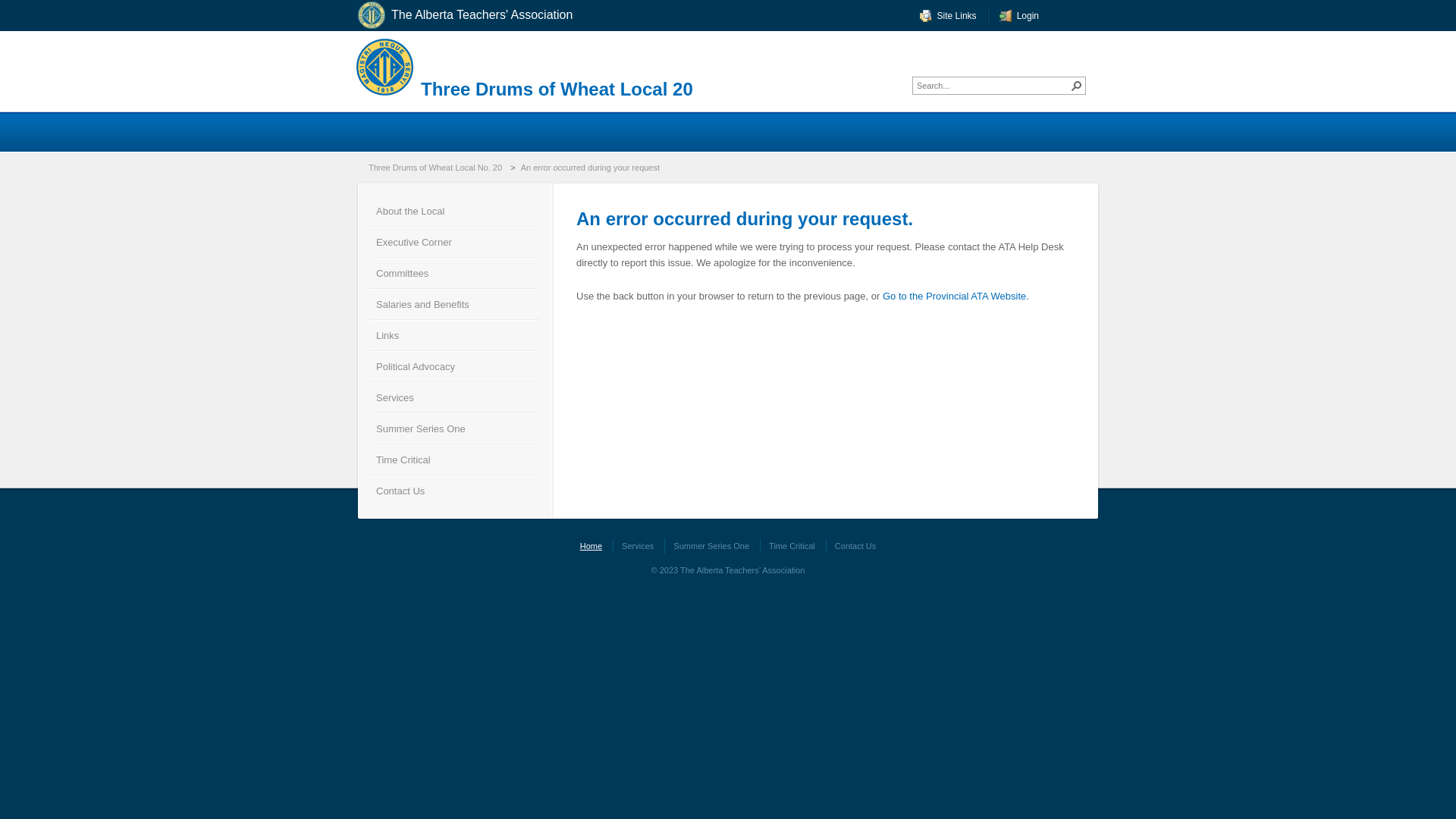  Describe the element at coordinates (999, 15) in the screenshot. I see `'Login'` at that location.